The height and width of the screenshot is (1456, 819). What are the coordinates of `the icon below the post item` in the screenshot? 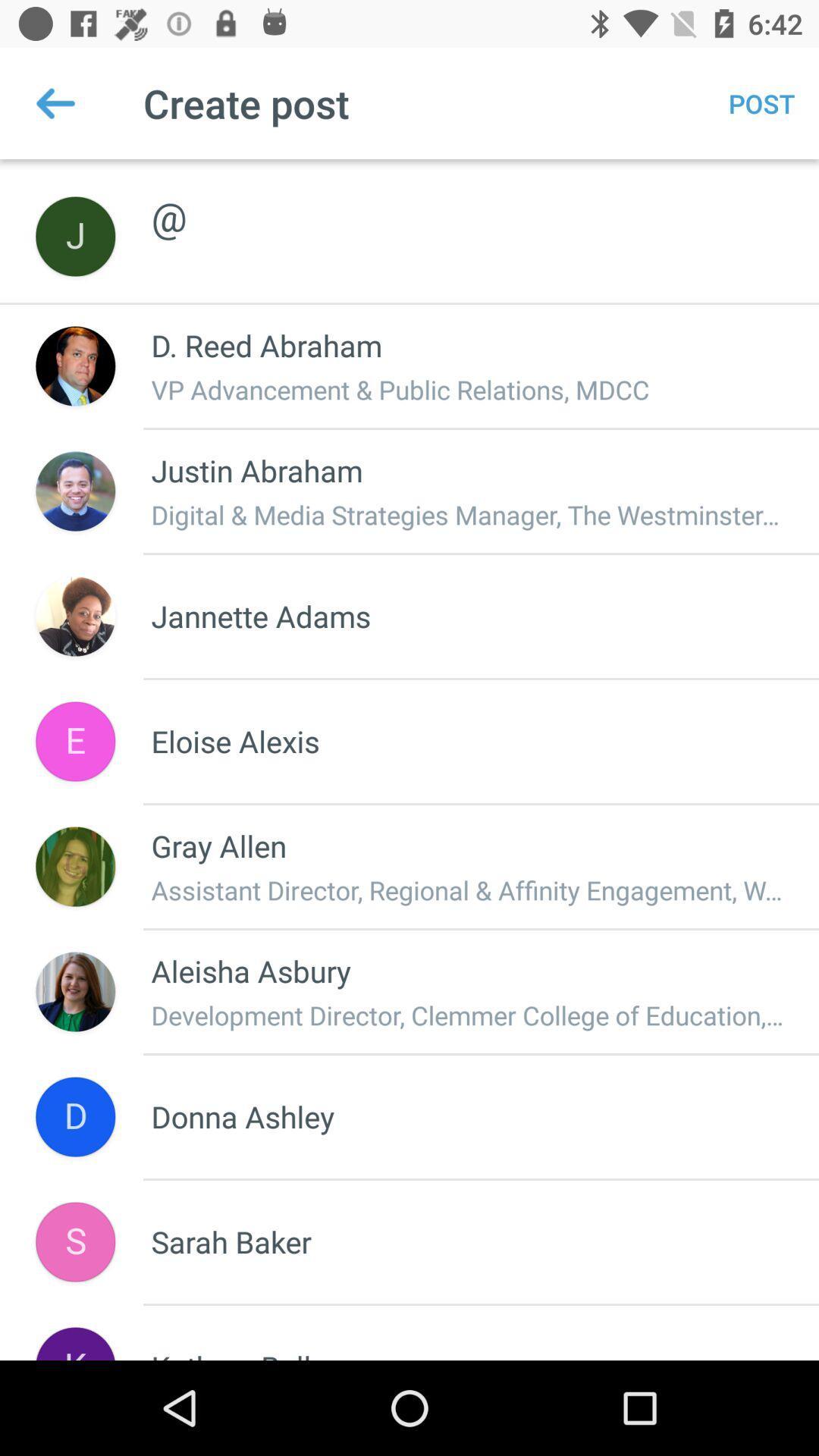 It's located at (468, 199).